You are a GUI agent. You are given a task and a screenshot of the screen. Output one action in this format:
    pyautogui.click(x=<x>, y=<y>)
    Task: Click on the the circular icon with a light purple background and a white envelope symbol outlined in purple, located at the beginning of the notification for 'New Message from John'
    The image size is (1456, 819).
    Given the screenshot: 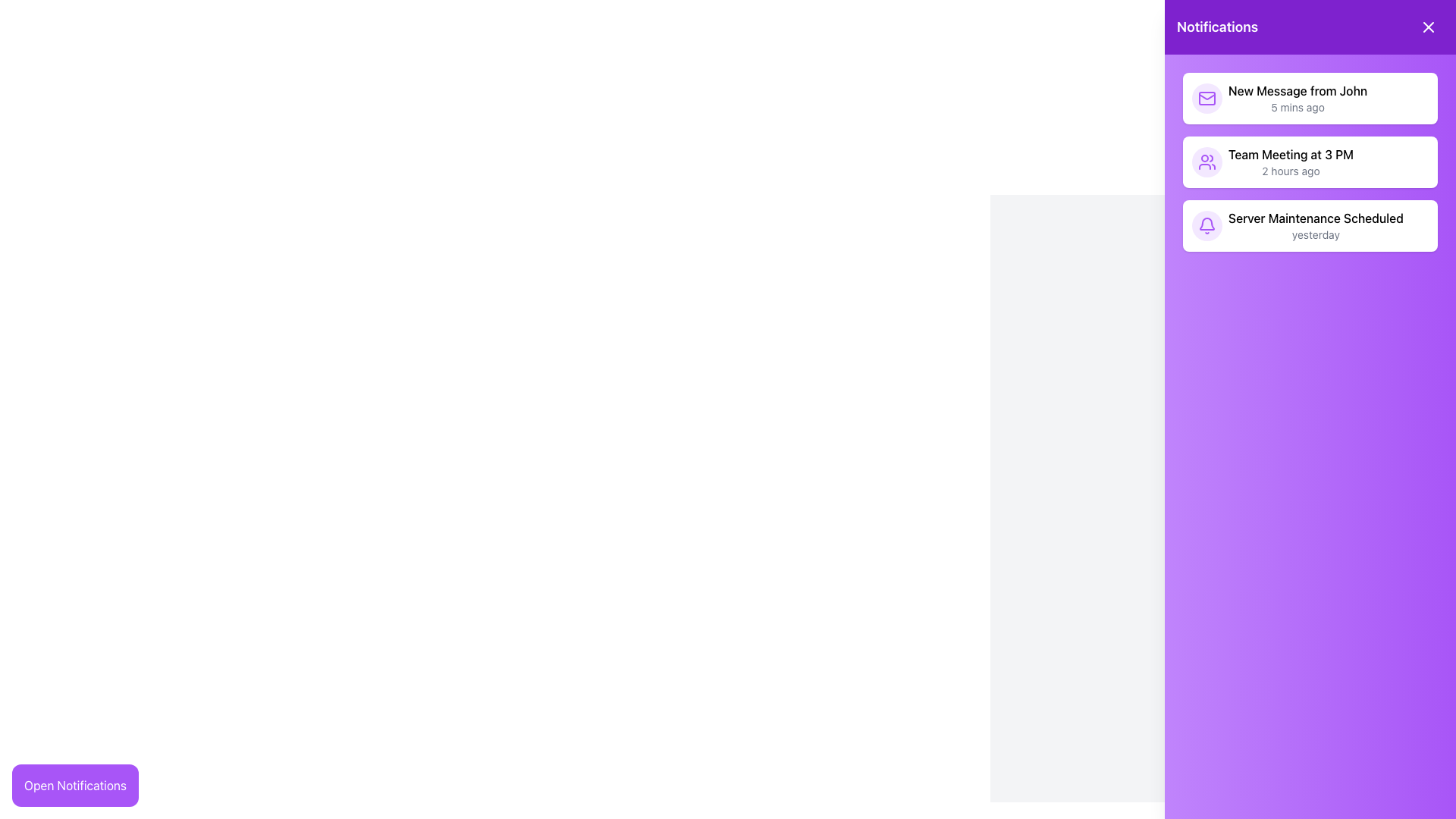 What is the action you would take?
    pyautogui.click(x=1207, y=99)
    